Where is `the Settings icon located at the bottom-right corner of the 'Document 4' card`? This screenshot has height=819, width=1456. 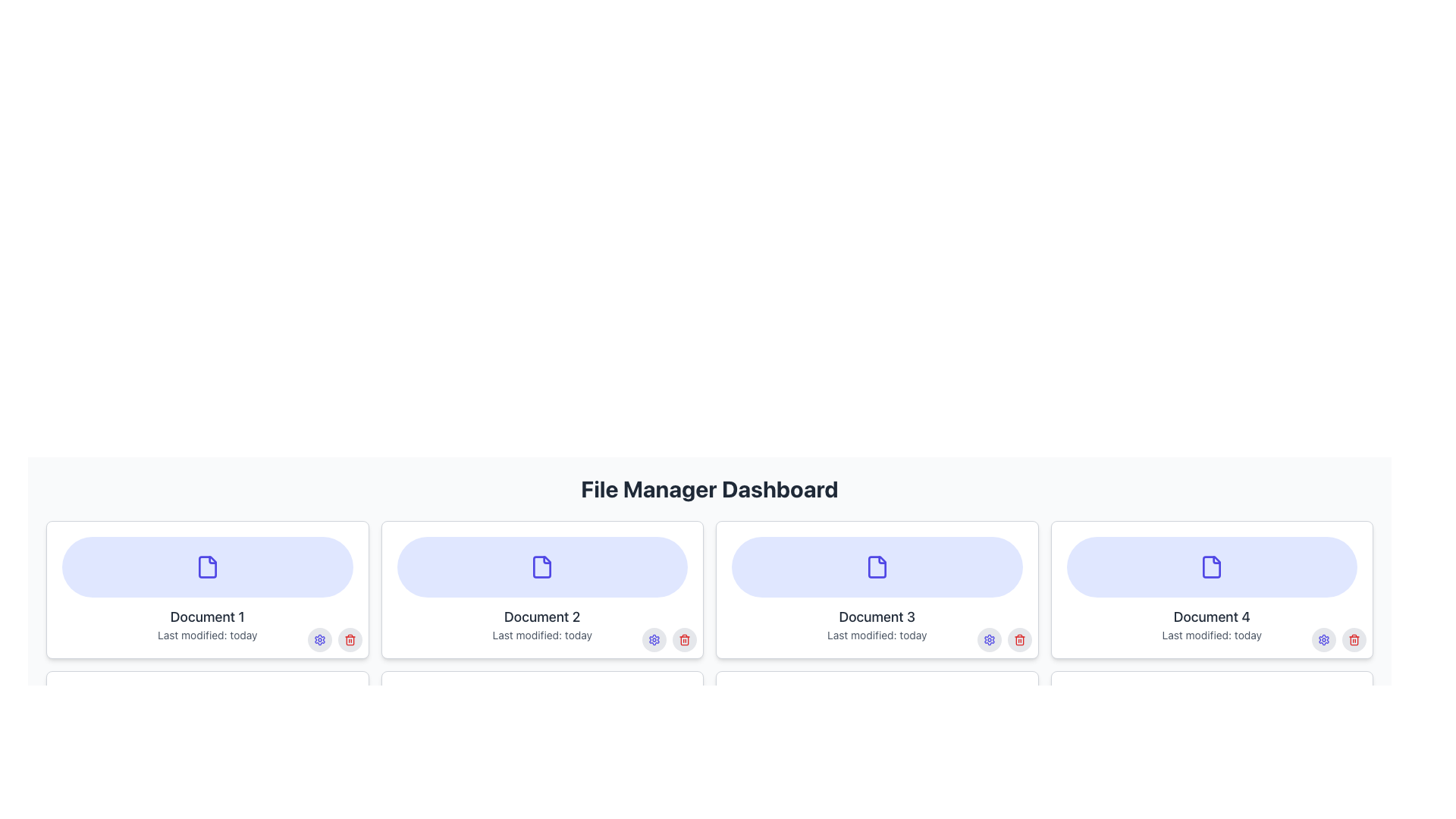 the Settings icon located at the bottom-right corner of the 'Document 4' card is located at coordinates (1323, 640).